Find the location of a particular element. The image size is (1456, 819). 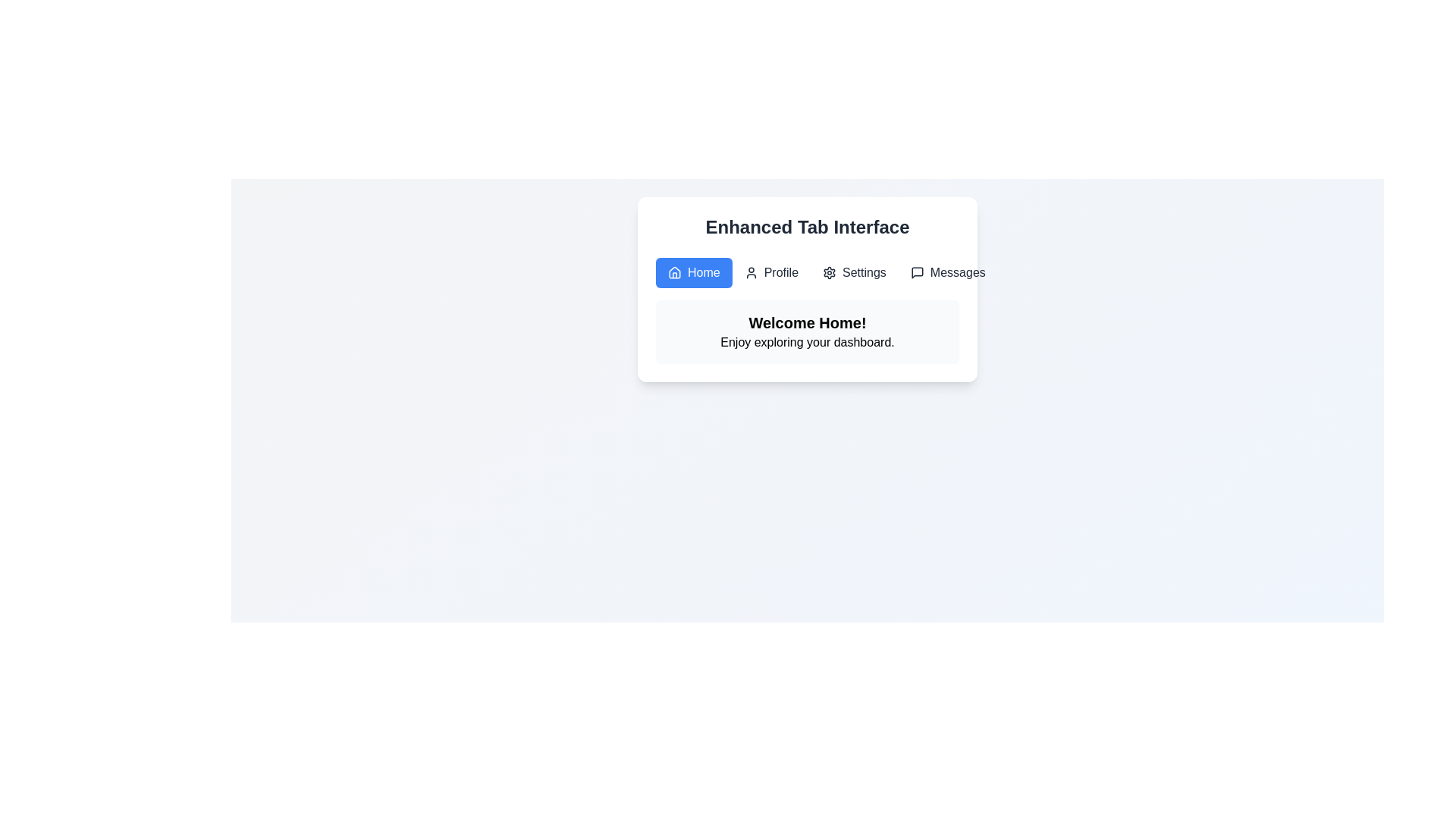

the text display area that presents a welcoming message on the dashboard, located below the tab navigation and centered horizontally is located at coordinates (807, 331).